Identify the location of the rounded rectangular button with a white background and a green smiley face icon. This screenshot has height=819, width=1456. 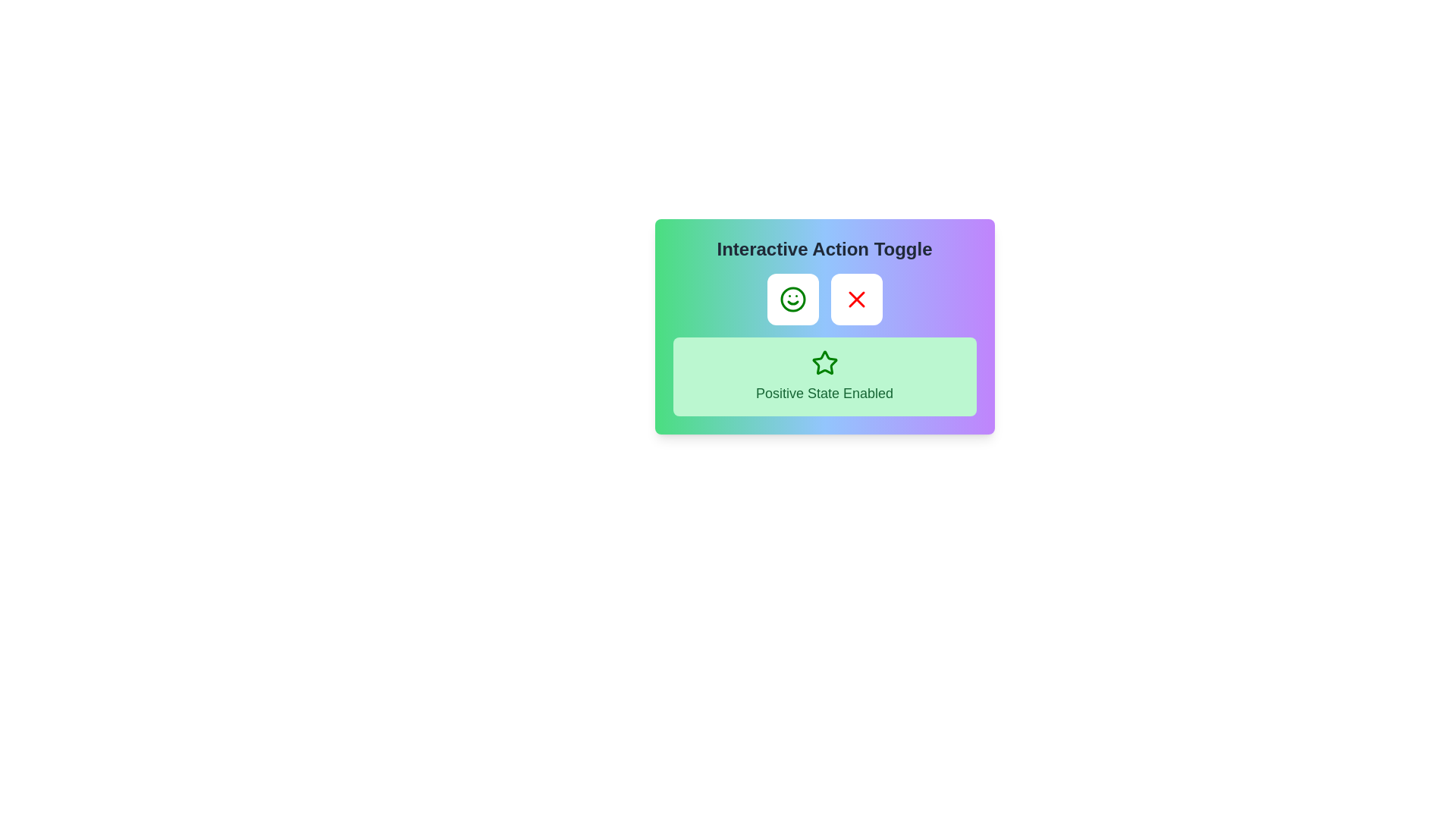
(792, 299).